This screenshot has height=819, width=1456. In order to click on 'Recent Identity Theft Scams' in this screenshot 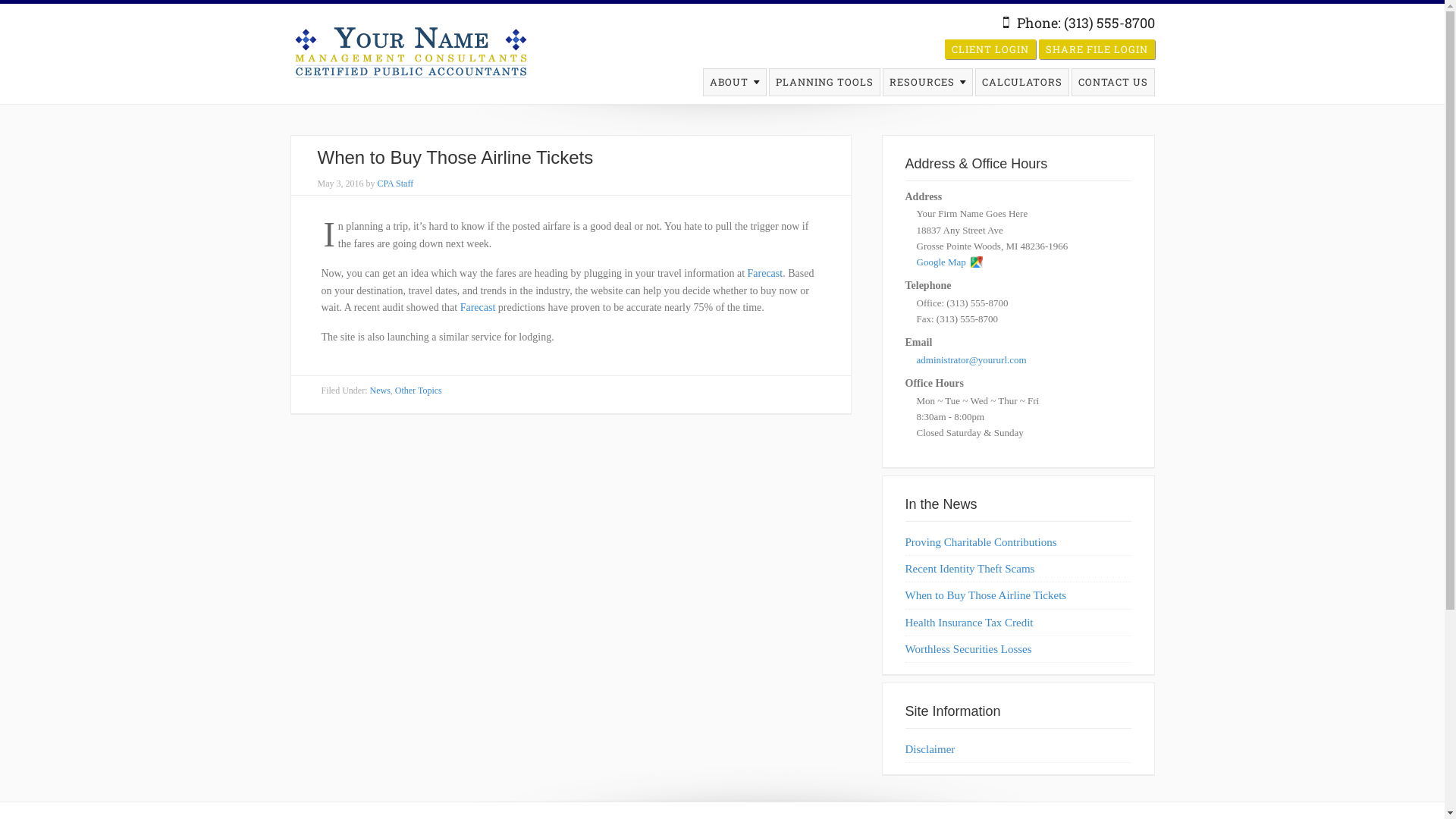, I will do `click(969, 568)`.